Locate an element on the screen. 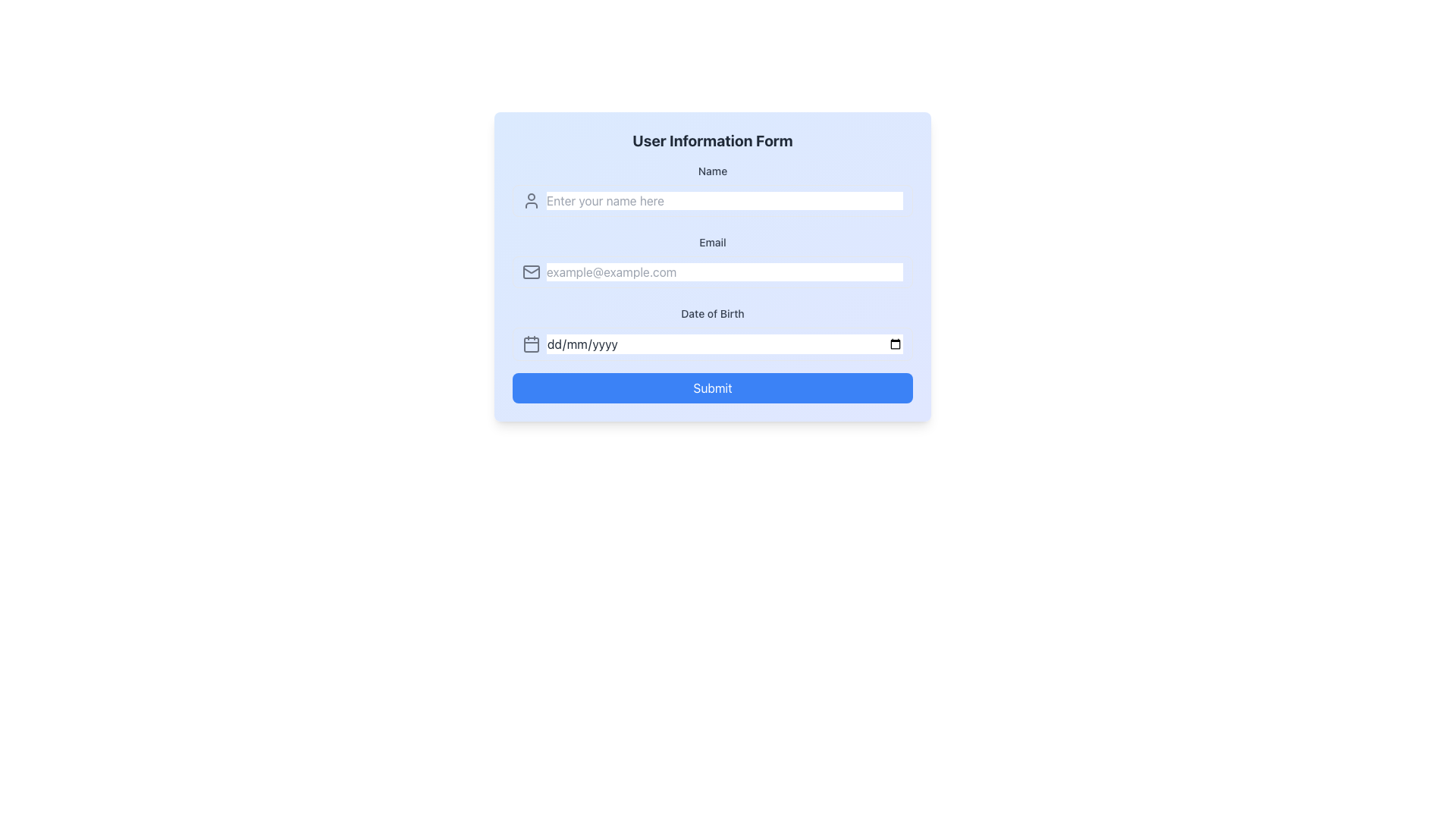 This screenshot has height=819, width=1456. the 'Date of Birth' label, which is styled in a medium-sized sans-serif font and positioned above the date input field in the form interface is located at coordinates (712, 312).